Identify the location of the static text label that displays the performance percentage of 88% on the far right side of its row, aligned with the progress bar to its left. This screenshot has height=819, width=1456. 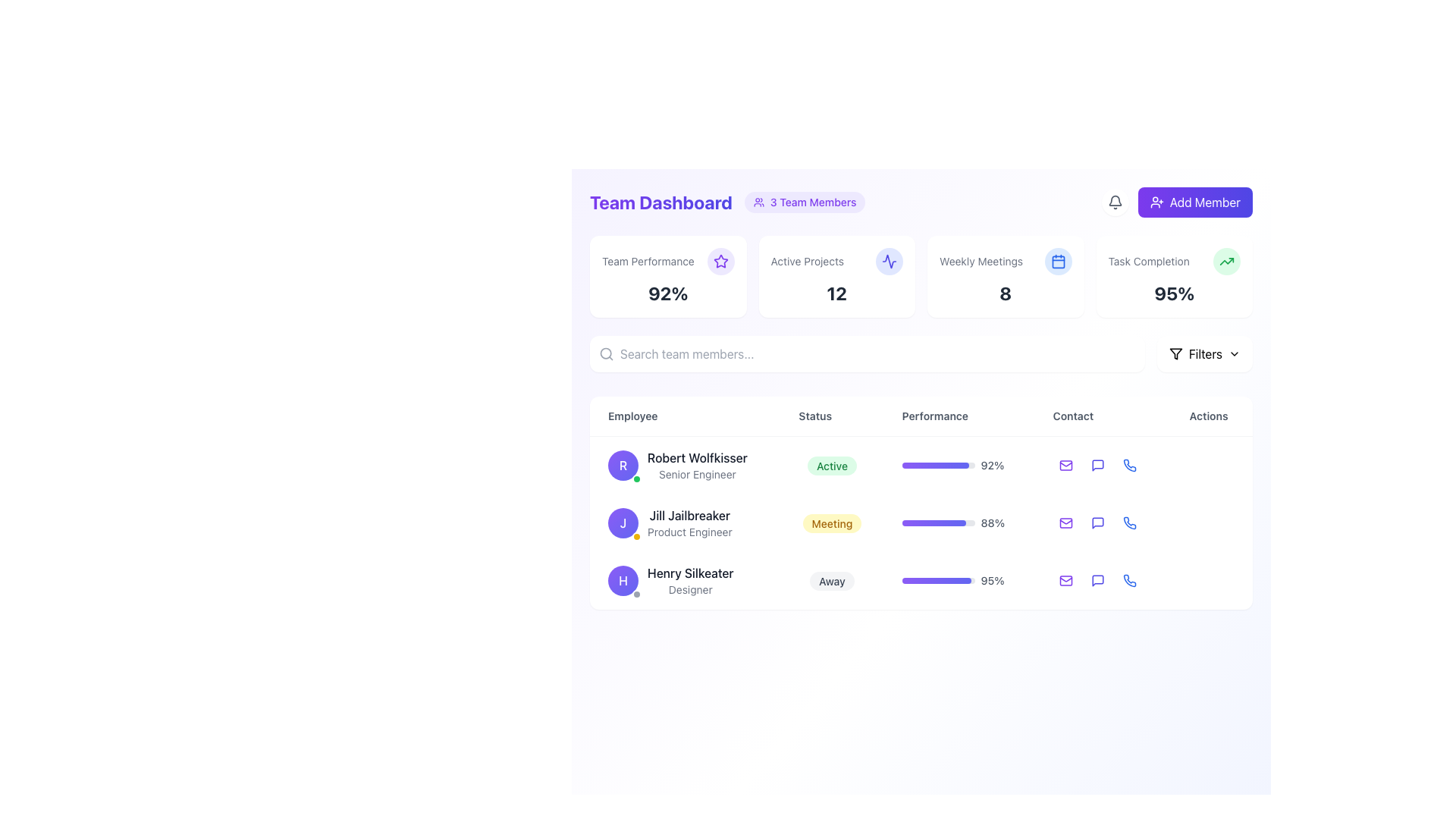
(993, 522).